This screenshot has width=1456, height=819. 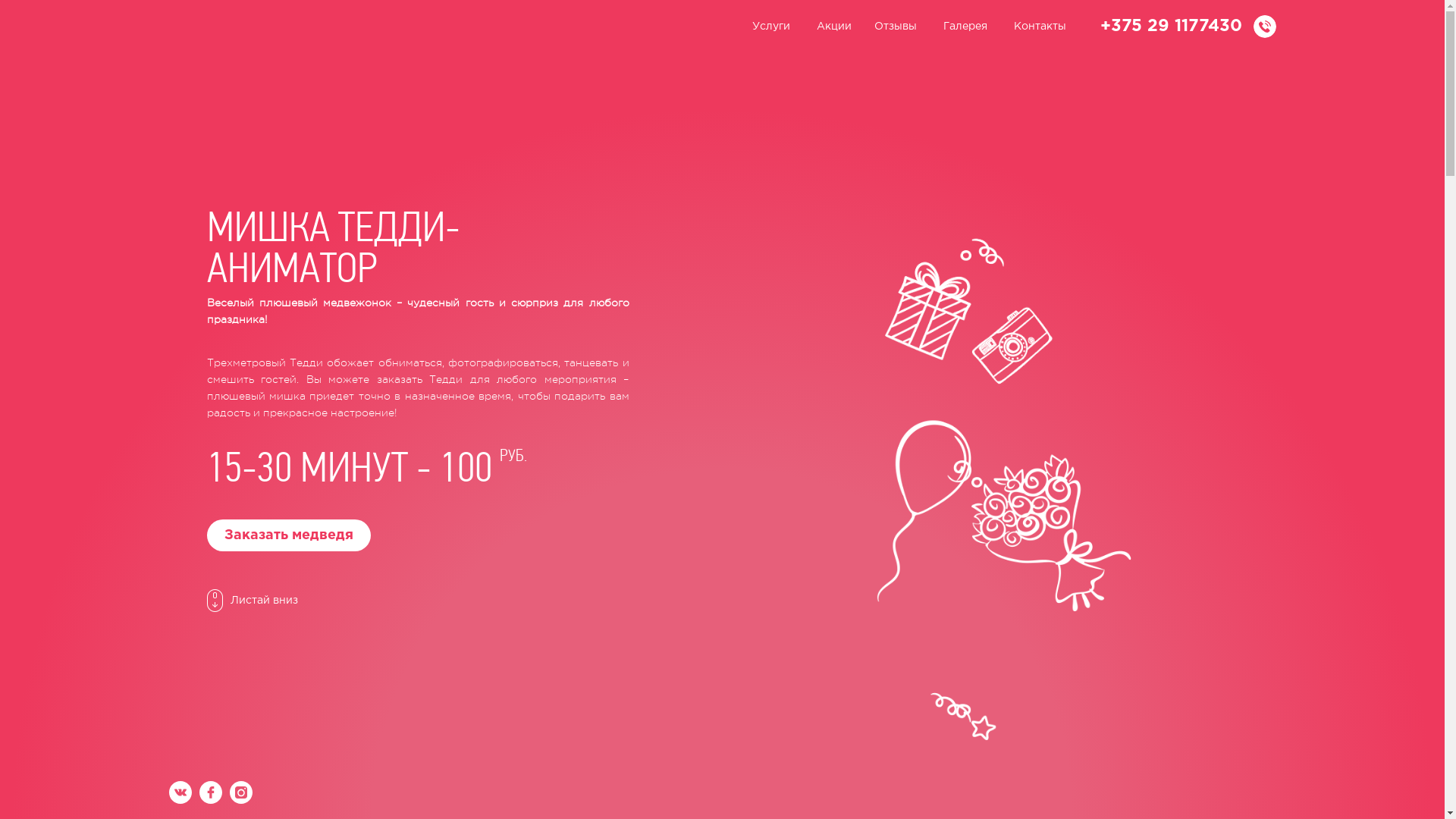 What do you see at coordinates (1169, 26) in the screenshot?
I see `'+375 29 1177430'` at bounding box center [1169, 26].